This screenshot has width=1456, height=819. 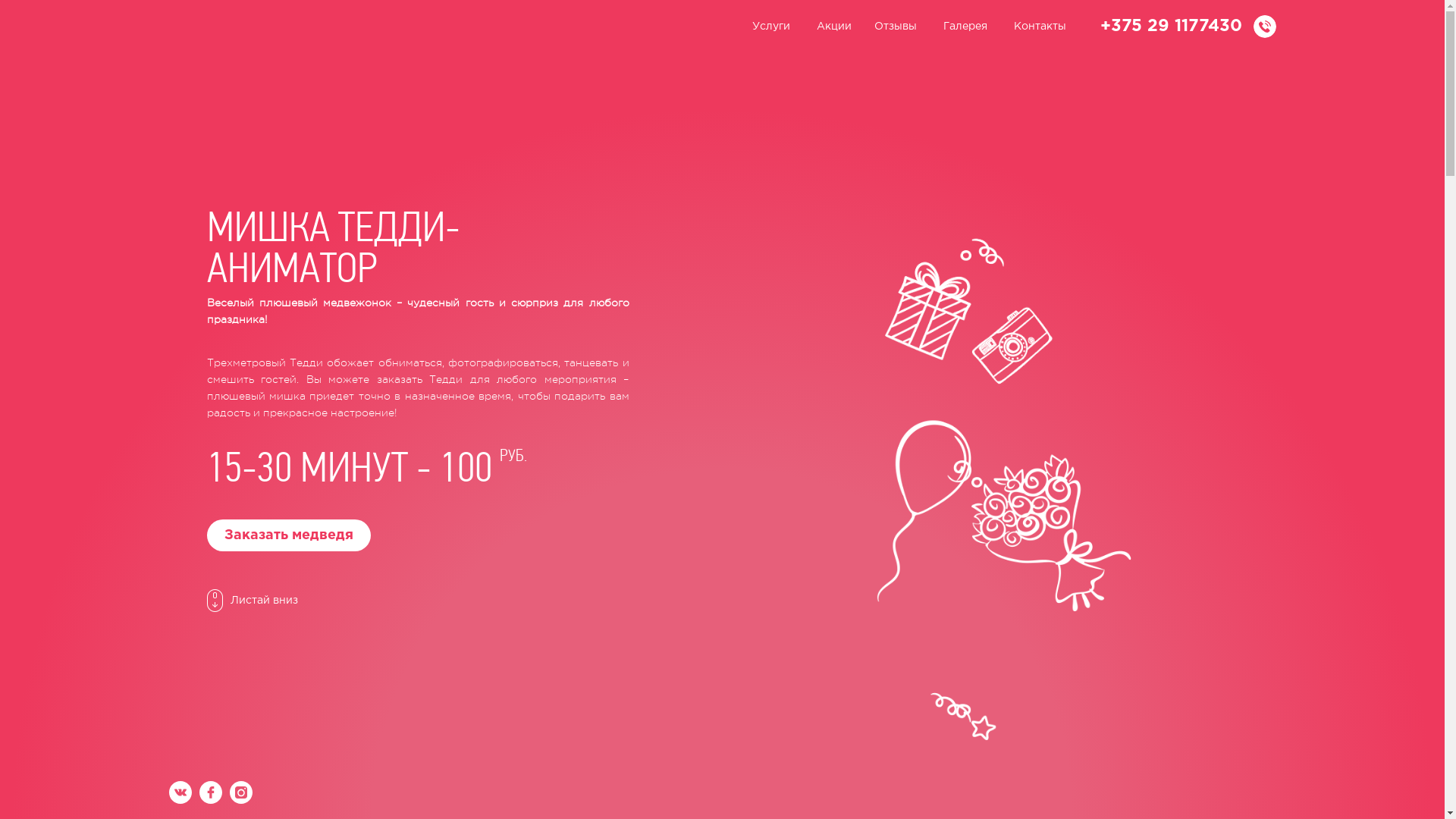 What do you see at coordinates (1169, 26) in the screenshot?
I see `'+375 29 1177430'` at bounding box center [1169, 26].